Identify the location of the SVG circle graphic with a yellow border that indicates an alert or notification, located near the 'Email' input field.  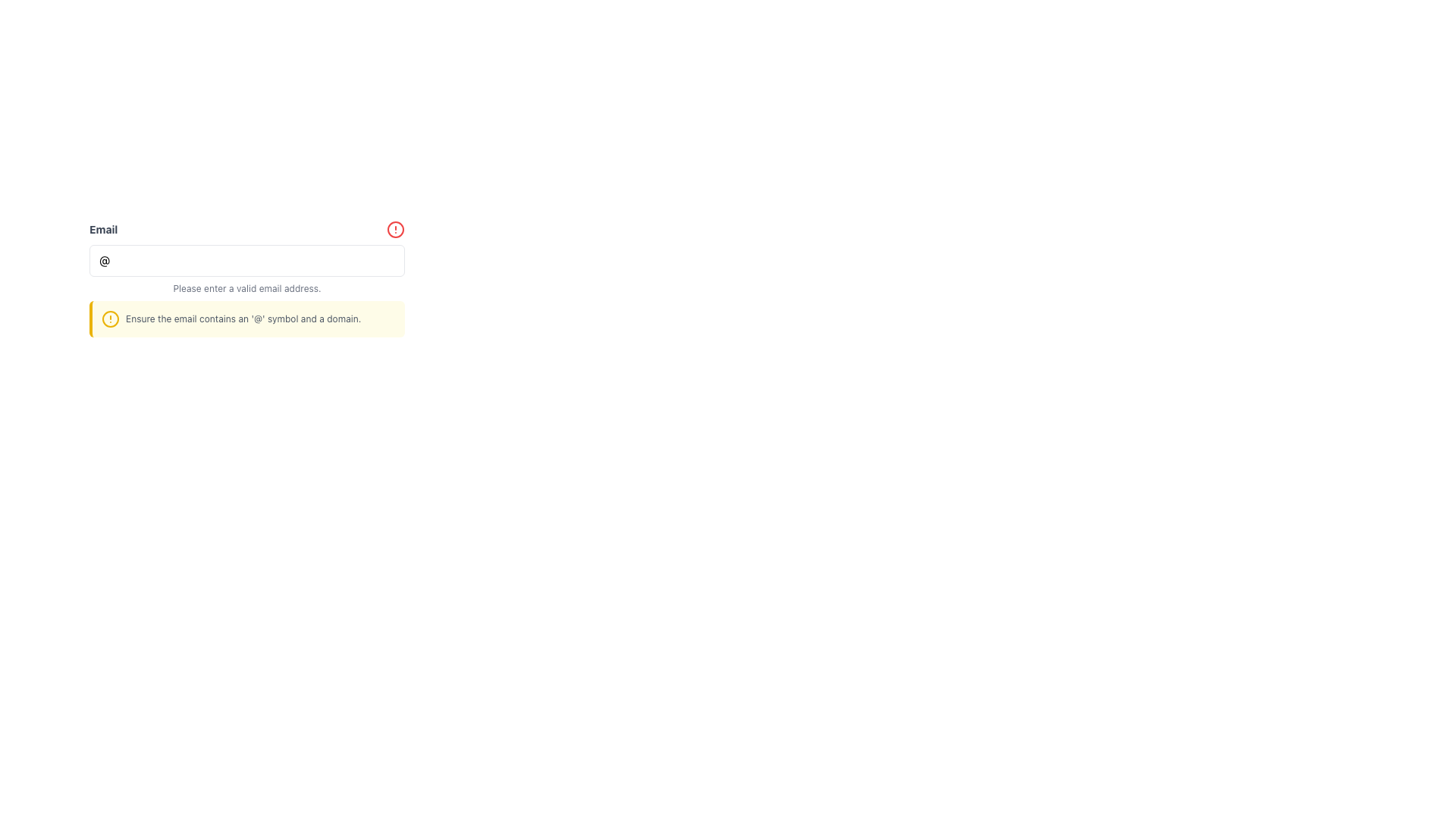
(109, 318).